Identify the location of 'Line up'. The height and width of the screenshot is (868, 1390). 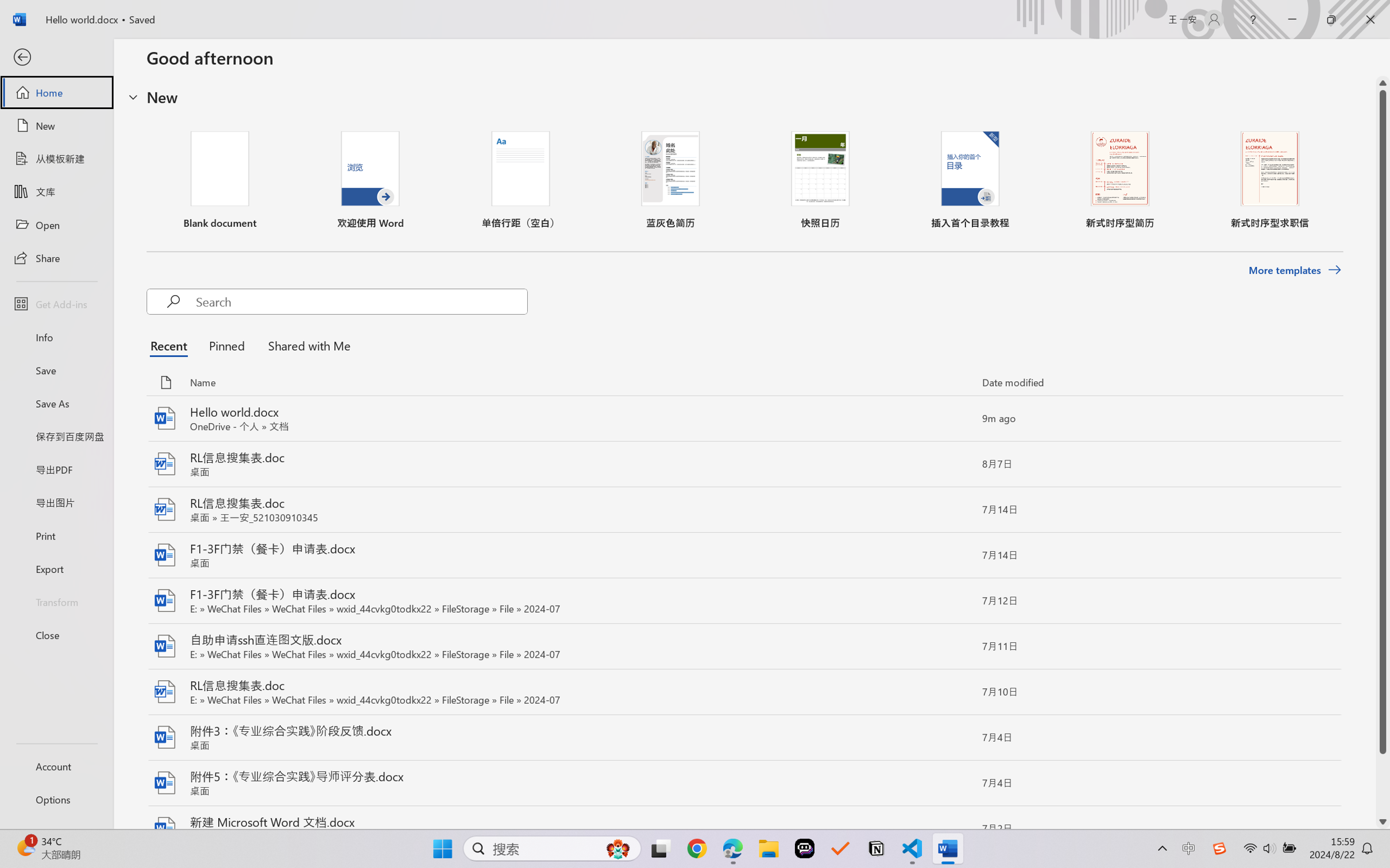
(1383, 83).